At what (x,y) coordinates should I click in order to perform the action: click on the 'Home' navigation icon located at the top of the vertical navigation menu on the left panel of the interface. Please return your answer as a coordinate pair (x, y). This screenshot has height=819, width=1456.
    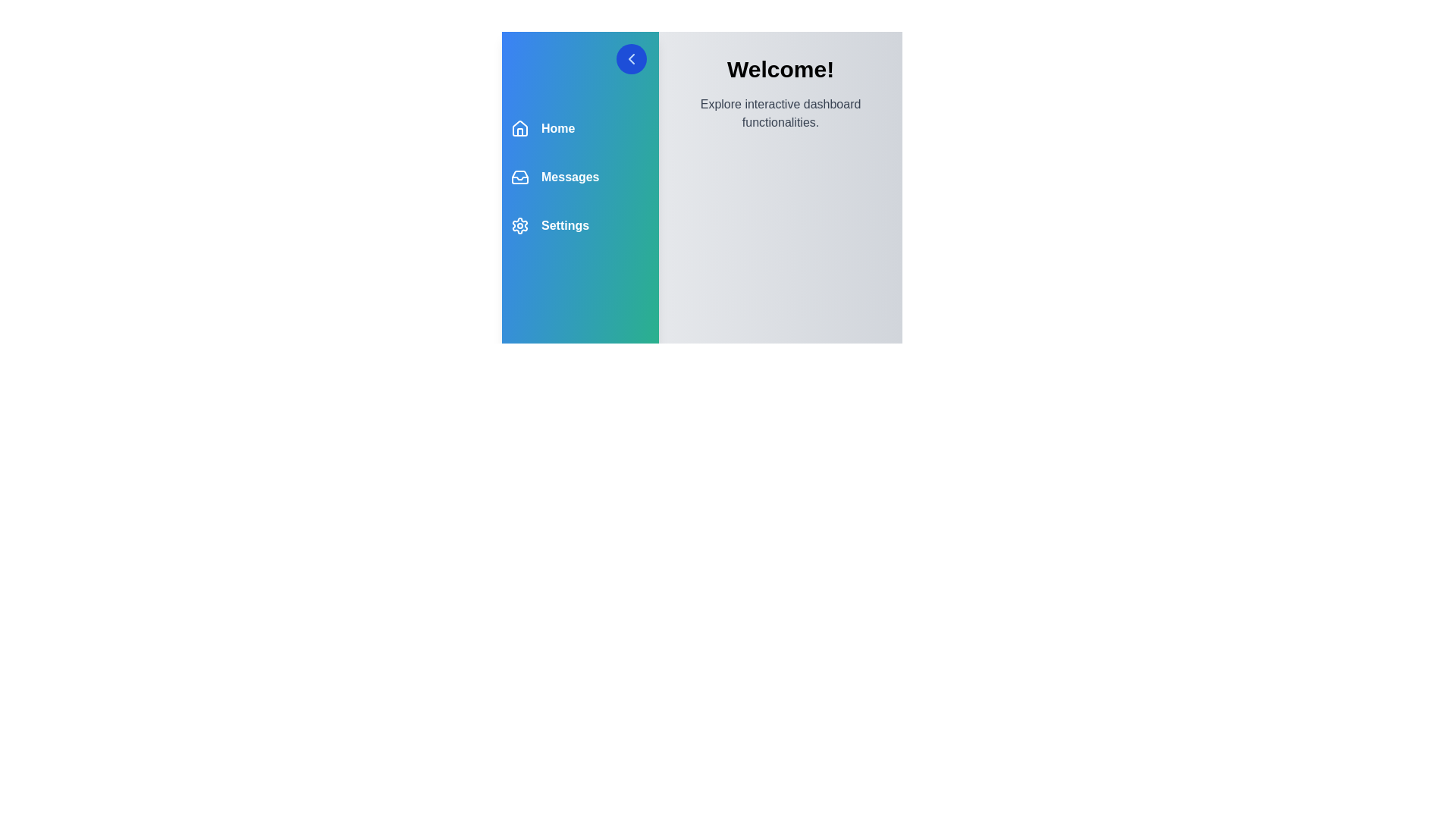
    Looking at the image, I should click on (520, 127).